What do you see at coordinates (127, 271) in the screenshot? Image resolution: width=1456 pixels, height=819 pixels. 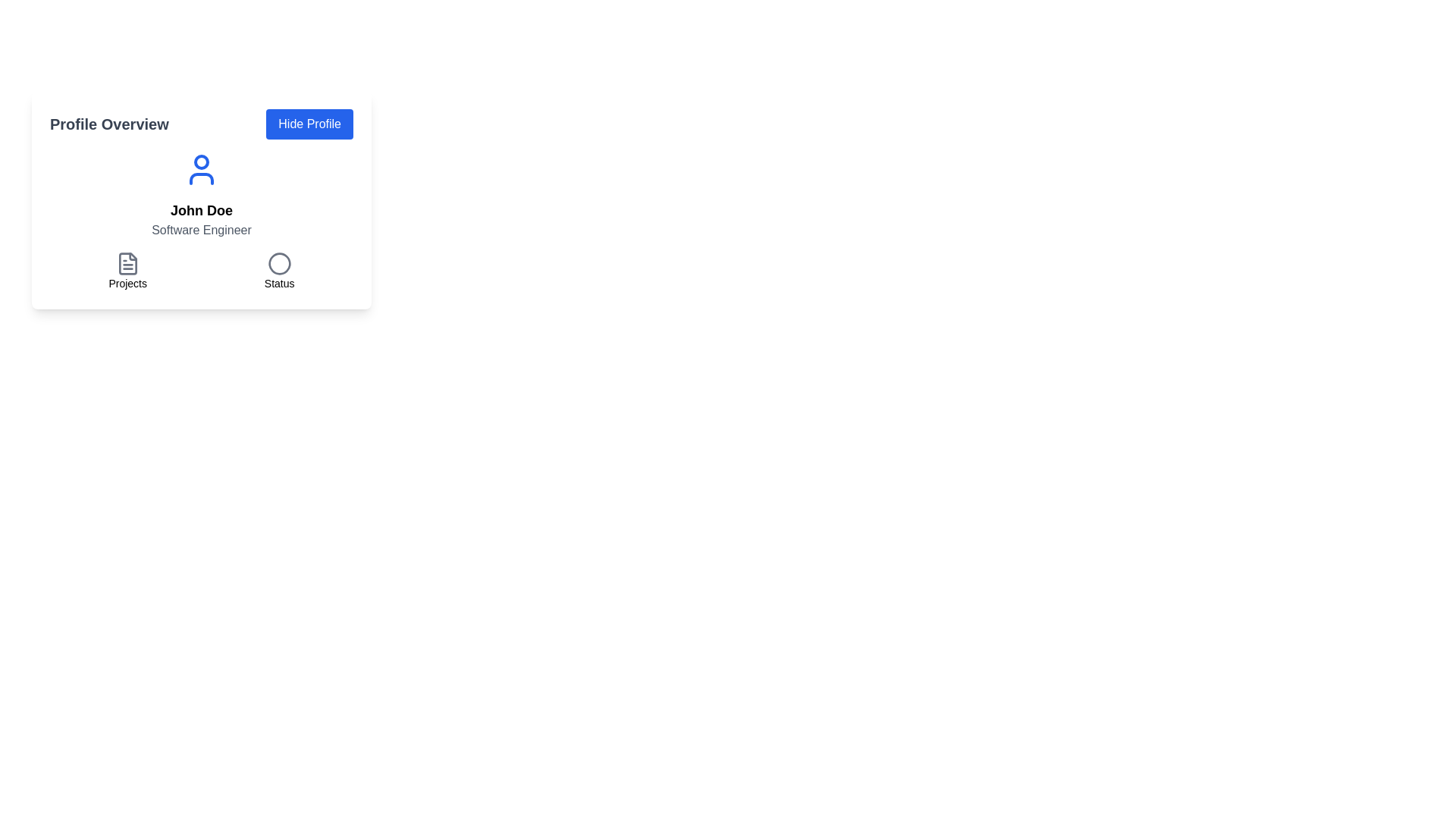 I see `the 'Projects' icon, which features a gray document icon above the text, located in the bottom-left section of the 'Profile Overview' card` at bounding box center [127, 271].